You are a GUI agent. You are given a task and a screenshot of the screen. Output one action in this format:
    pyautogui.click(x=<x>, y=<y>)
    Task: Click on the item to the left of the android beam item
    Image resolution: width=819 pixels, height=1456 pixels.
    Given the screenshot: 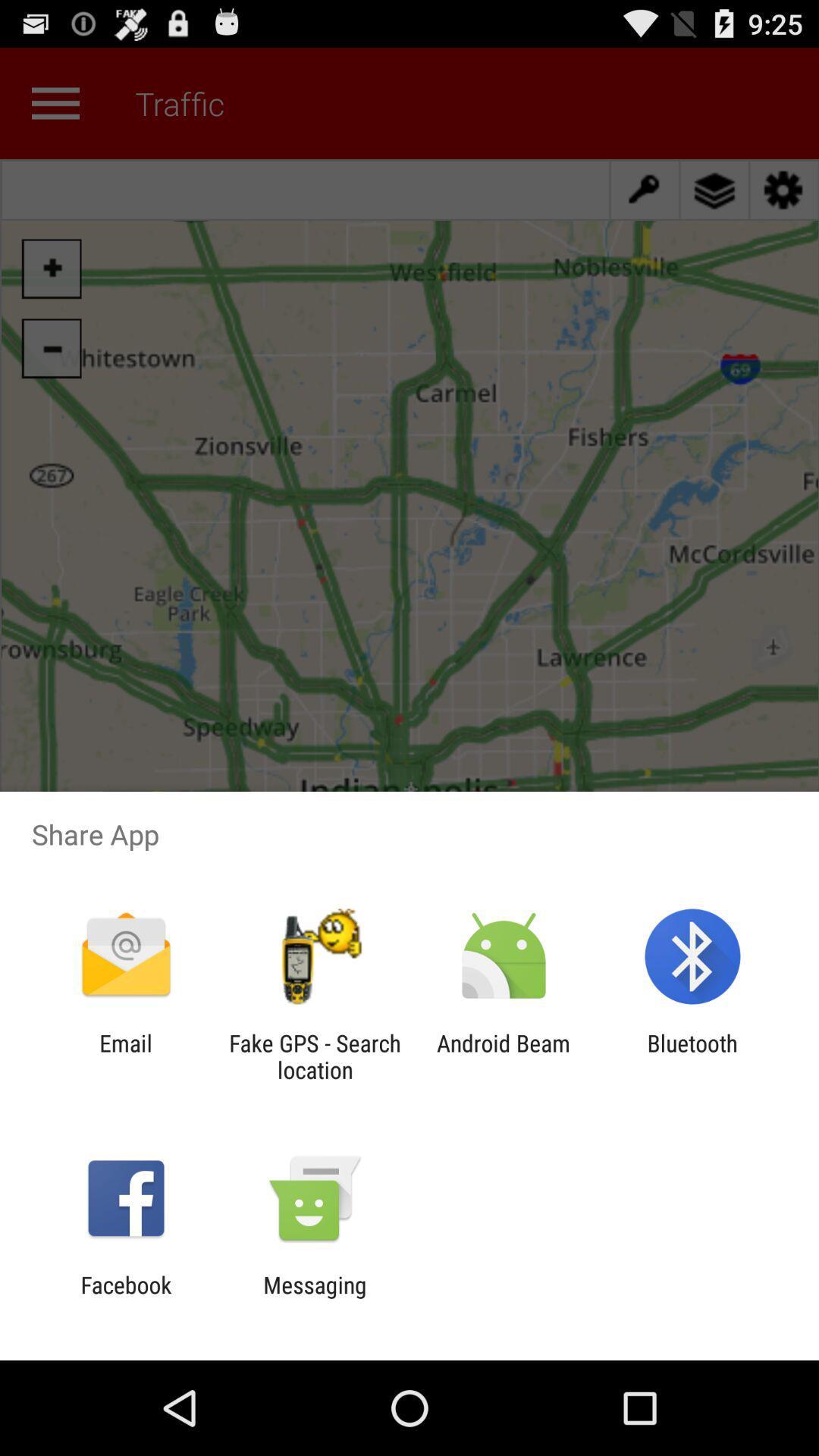 What is the action you would take?
    pyautogui.click(x=314, y=1056)
    